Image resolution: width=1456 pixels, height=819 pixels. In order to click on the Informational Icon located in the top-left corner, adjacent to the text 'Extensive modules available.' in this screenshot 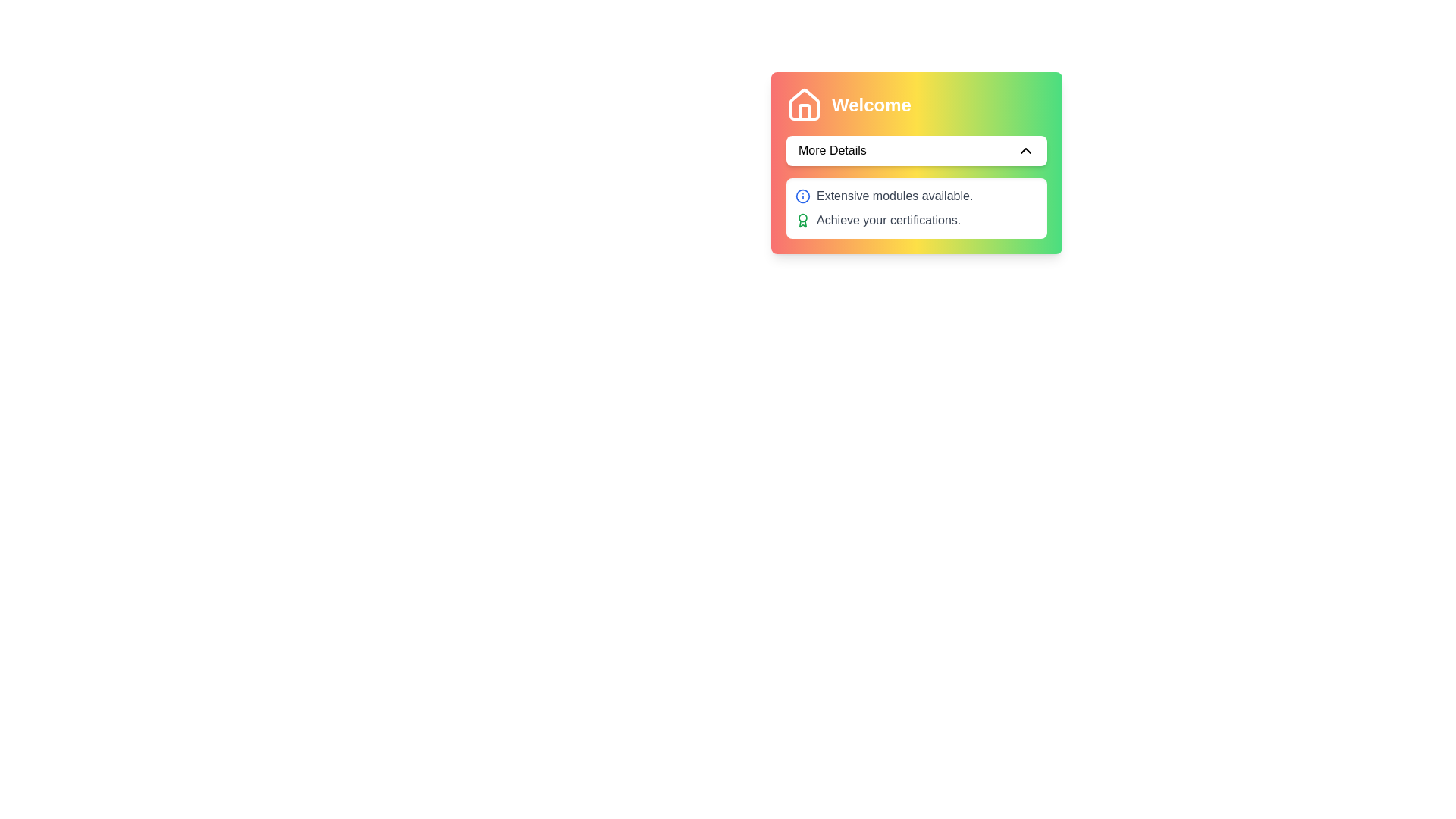, I will do `click(802, 195)`.